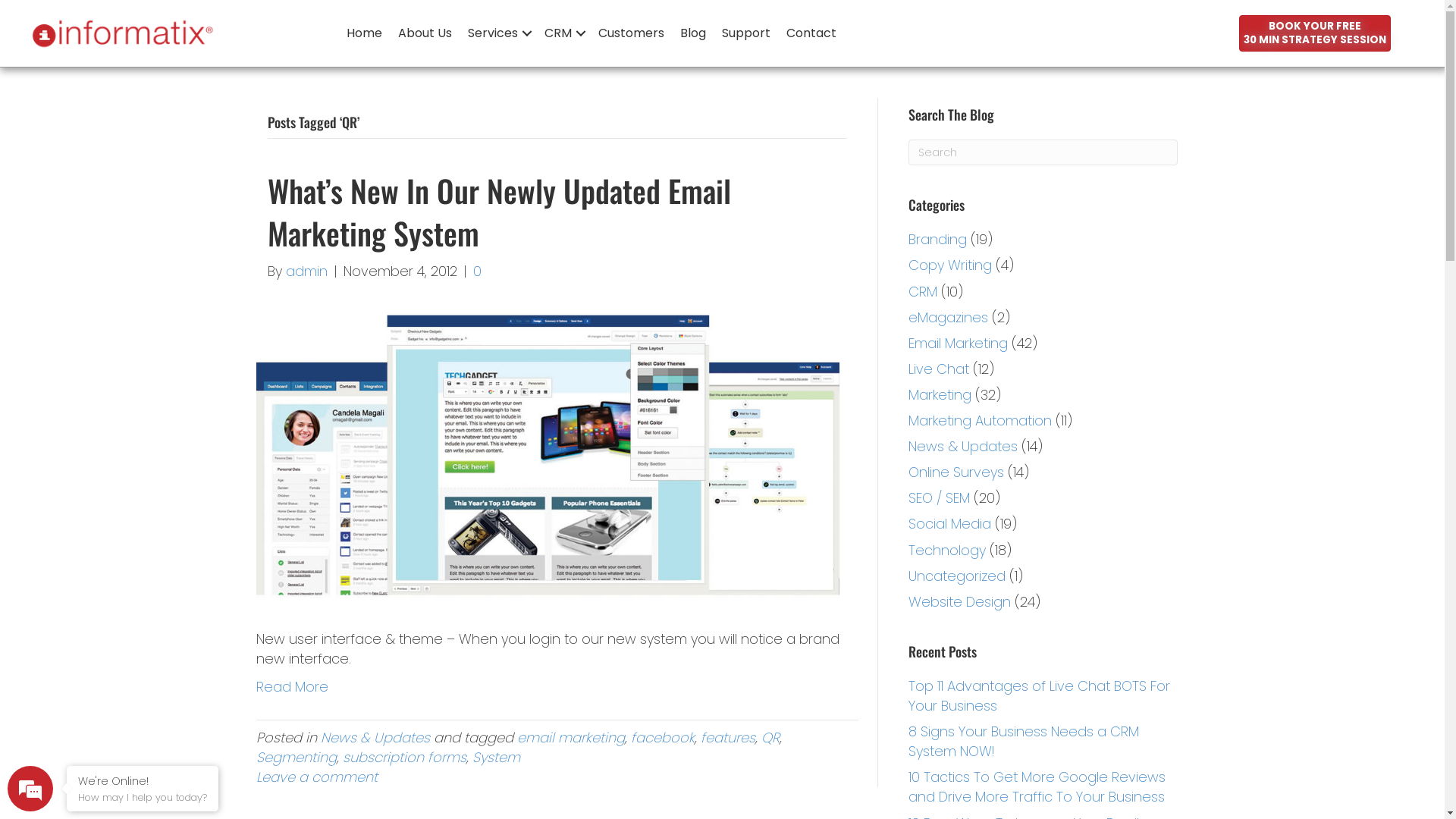  What do you see at coordinates (364, 33) in the screenshot?
I see `'Home'` at bounding box center [364, 33].